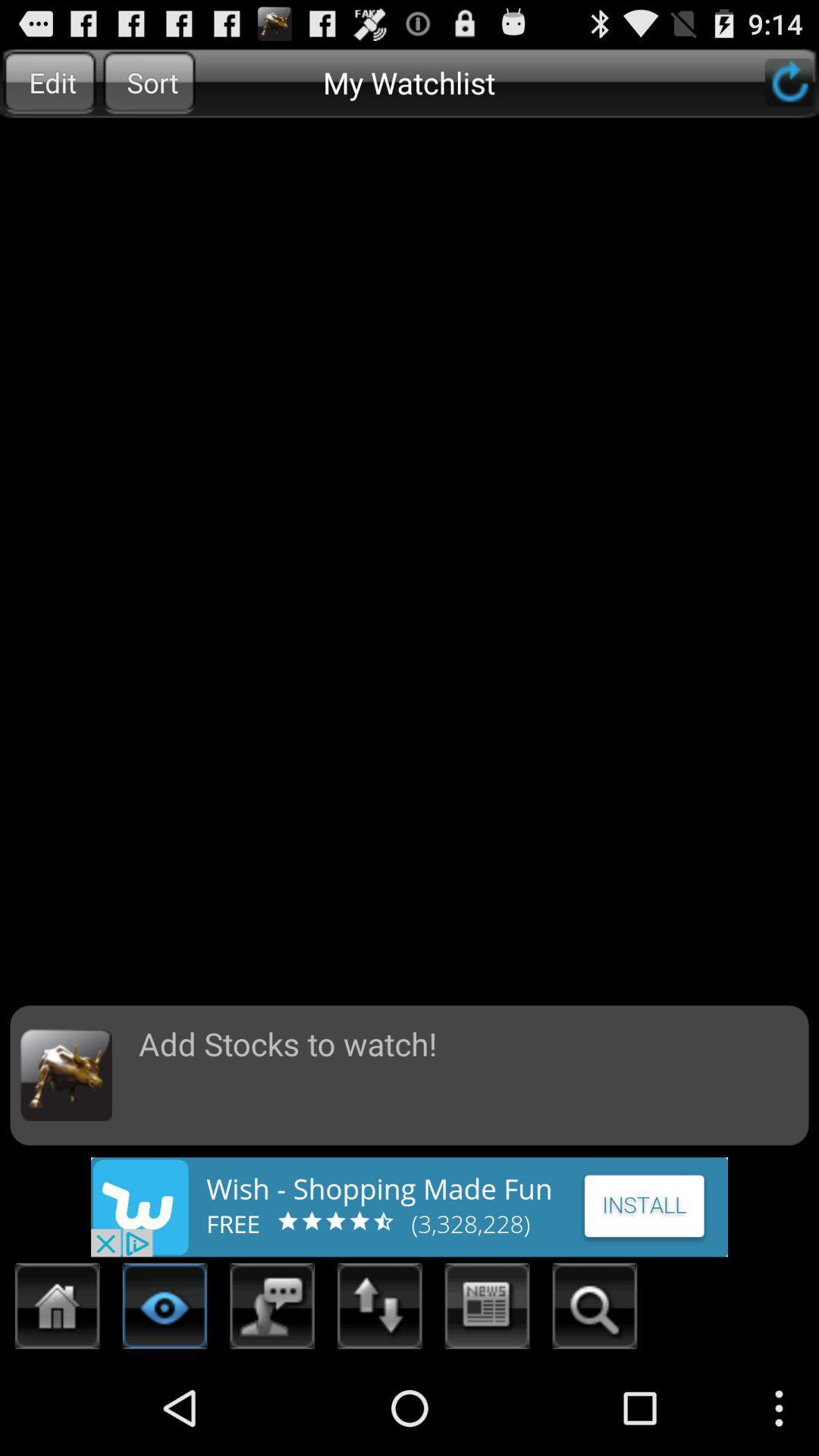 The image size is (819, 1456). I want to click on the search icon, so click(594, 1401).